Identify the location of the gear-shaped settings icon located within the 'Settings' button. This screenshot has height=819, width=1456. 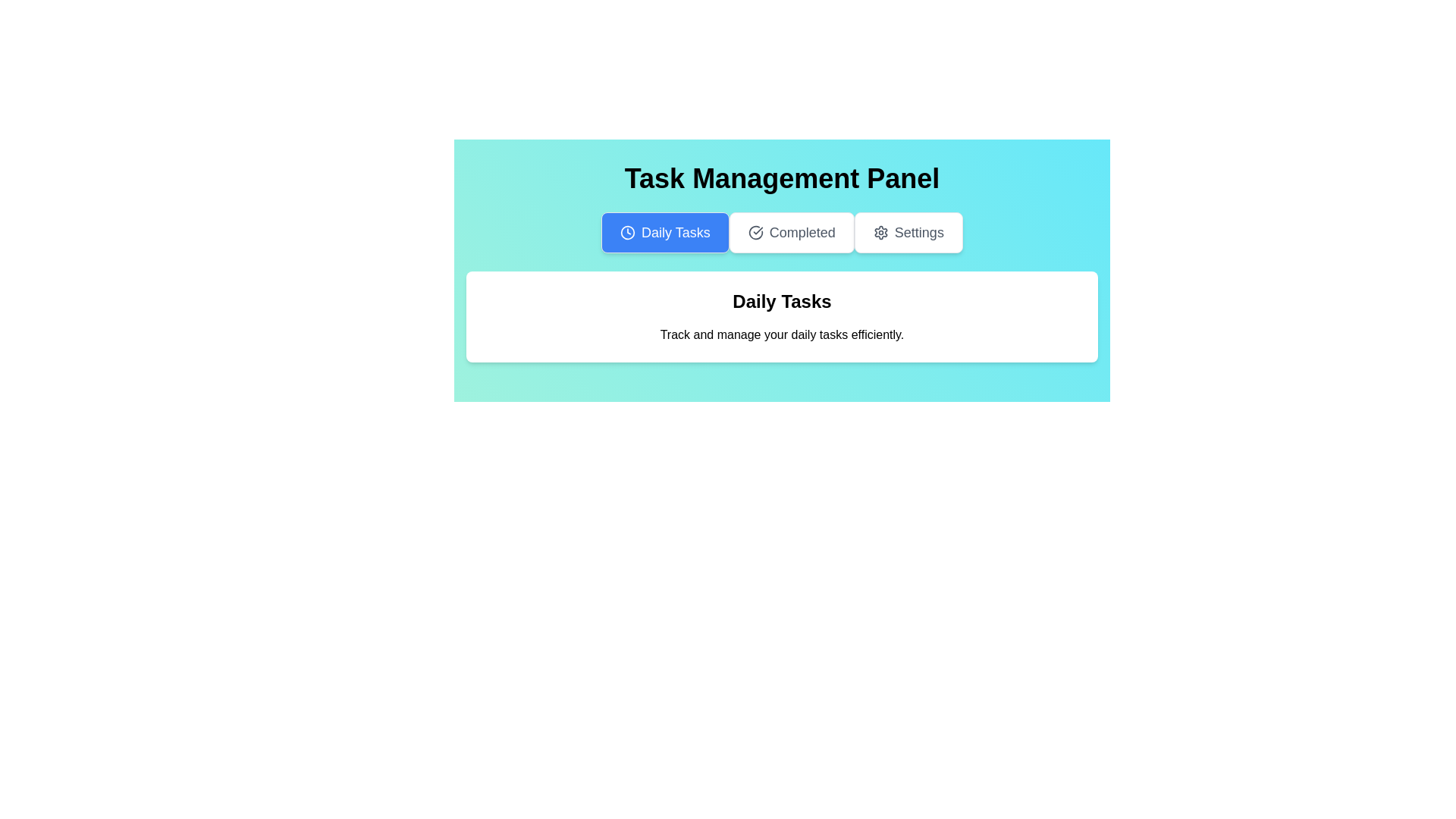
(880, 233).